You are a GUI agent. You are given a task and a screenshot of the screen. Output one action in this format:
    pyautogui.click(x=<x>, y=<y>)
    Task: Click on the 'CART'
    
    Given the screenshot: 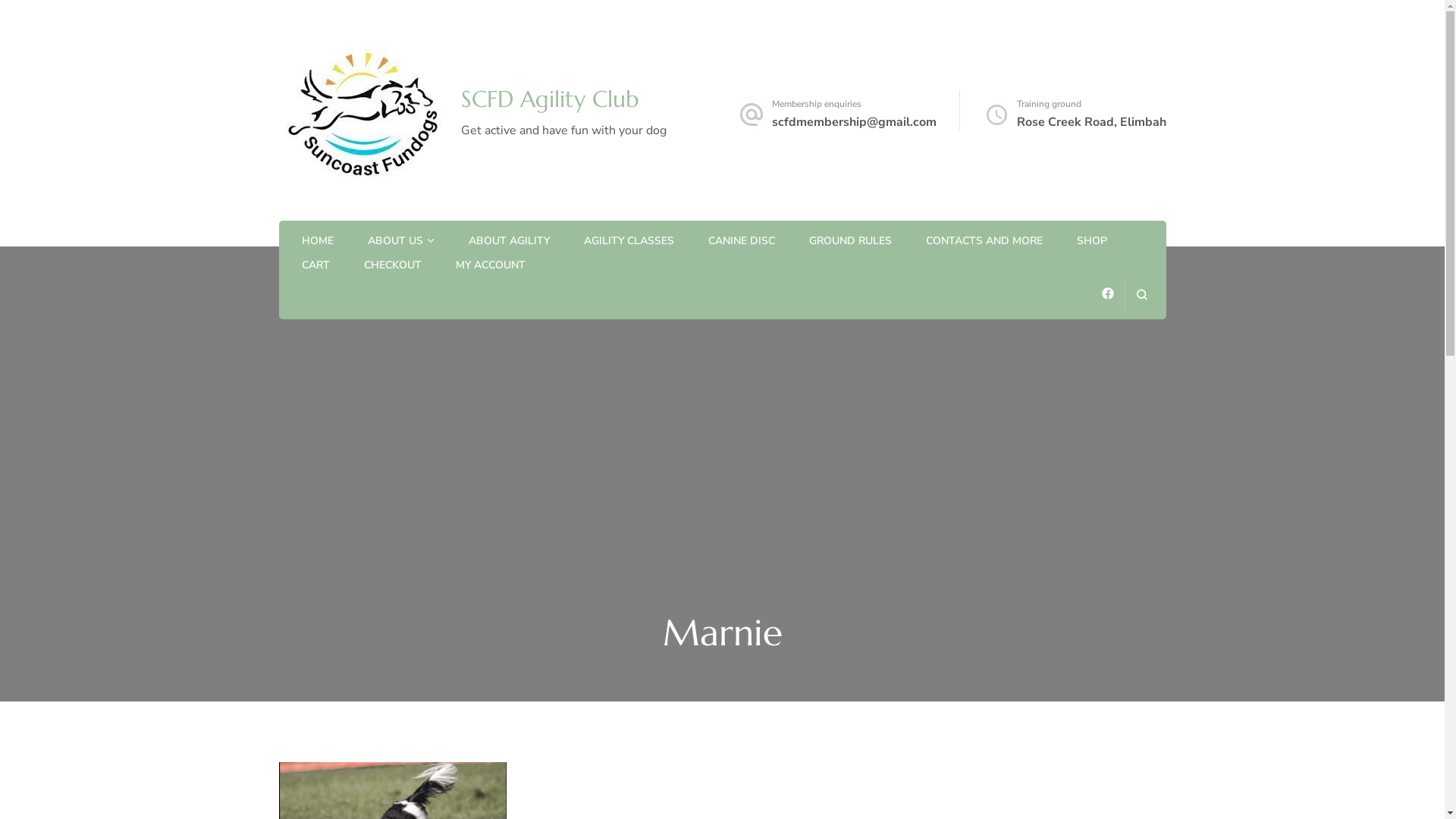 What is the action you would take?
    pyautogui.click(x=315, y=265)
    